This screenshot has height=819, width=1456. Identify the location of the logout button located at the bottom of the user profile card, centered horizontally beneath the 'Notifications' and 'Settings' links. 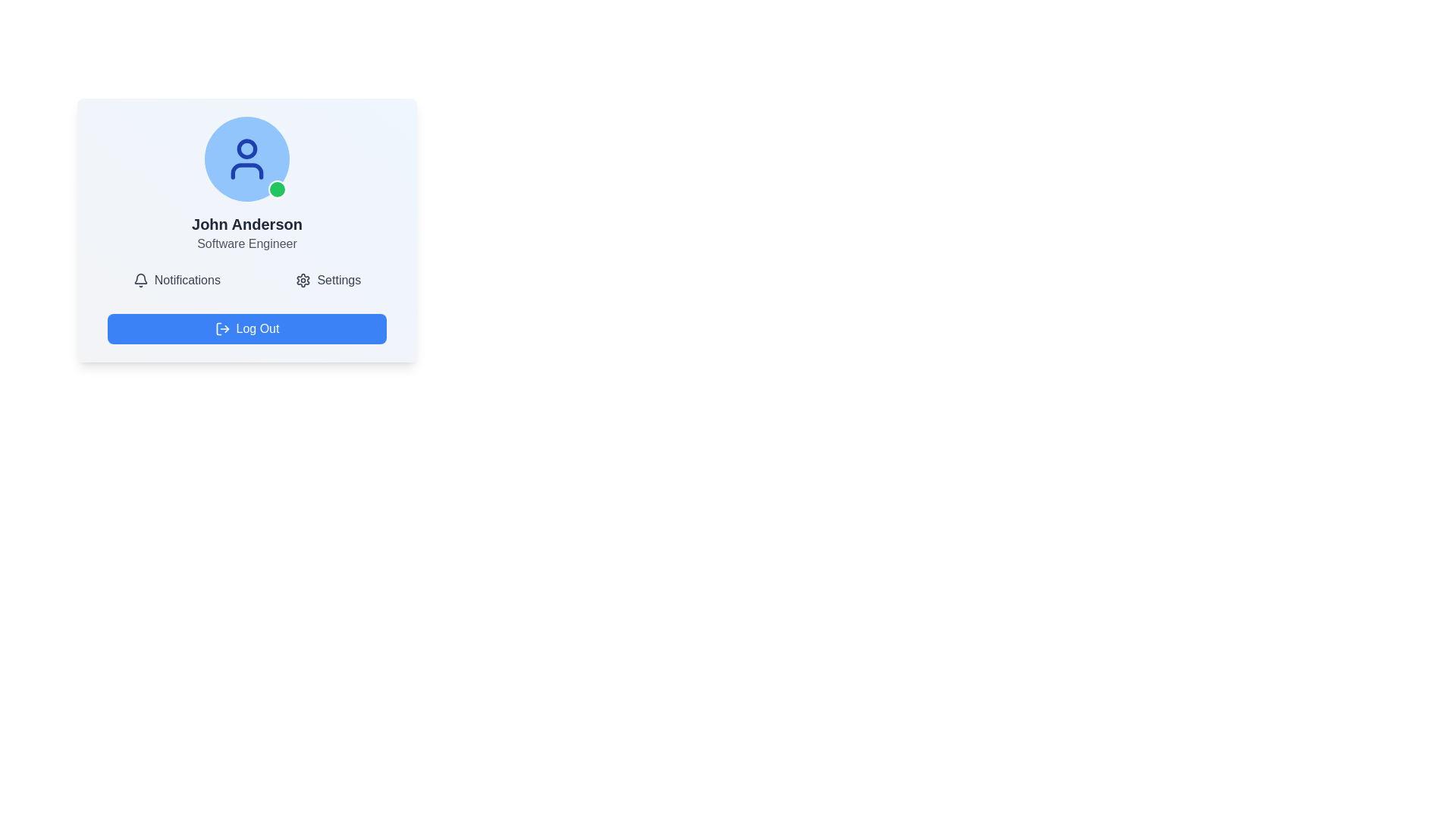
(247, 328).